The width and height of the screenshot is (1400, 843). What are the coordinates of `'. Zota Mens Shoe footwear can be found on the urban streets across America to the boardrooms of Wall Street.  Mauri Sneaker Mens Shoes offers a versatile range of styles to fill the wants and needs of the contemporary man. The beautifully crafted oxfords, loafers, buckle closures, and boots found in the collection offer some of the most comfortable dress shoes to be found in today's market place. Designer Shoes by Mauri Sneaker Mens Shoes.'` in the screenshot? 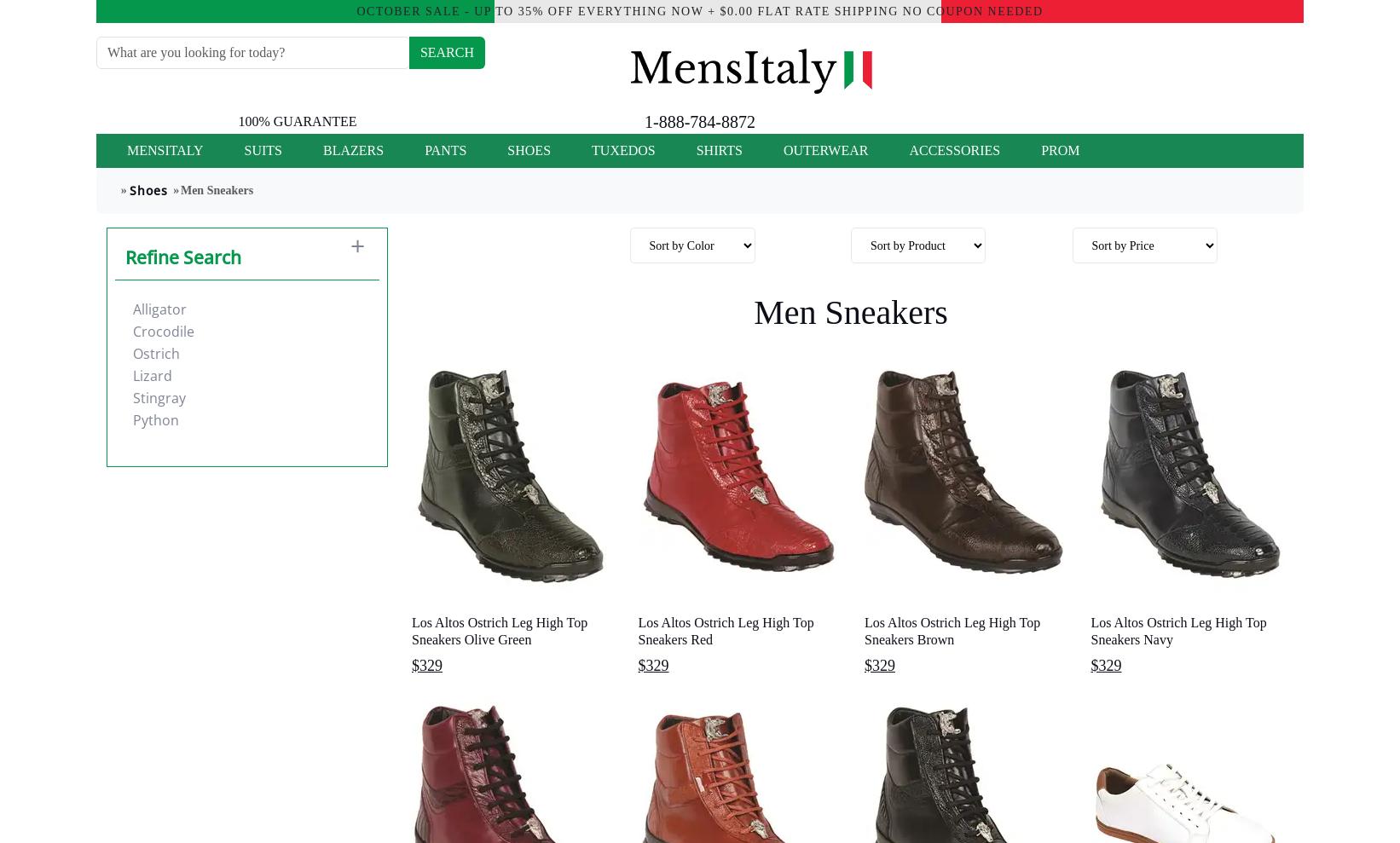 It's located at (911, 756).